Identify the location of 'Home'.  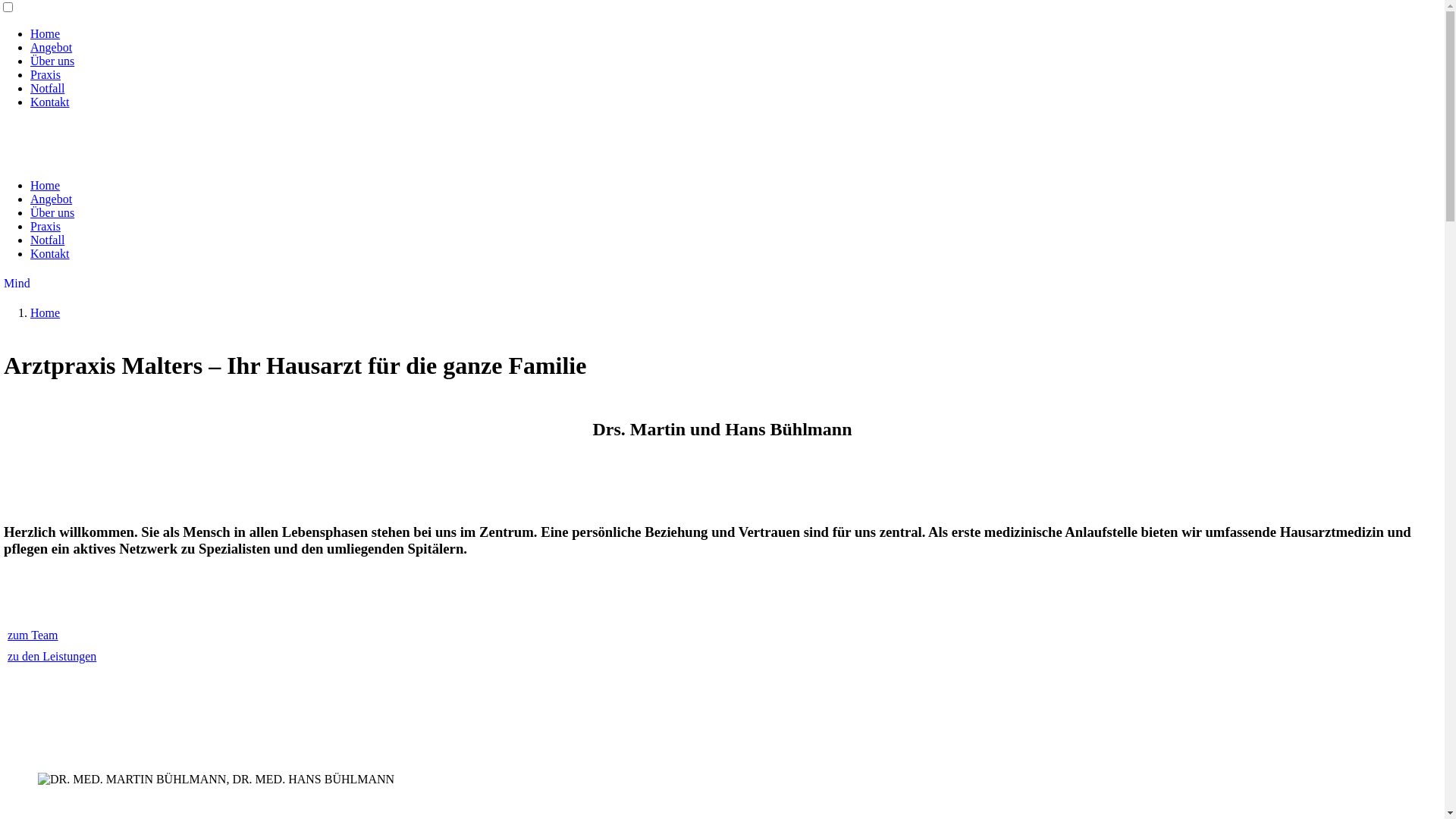
(45, 312).